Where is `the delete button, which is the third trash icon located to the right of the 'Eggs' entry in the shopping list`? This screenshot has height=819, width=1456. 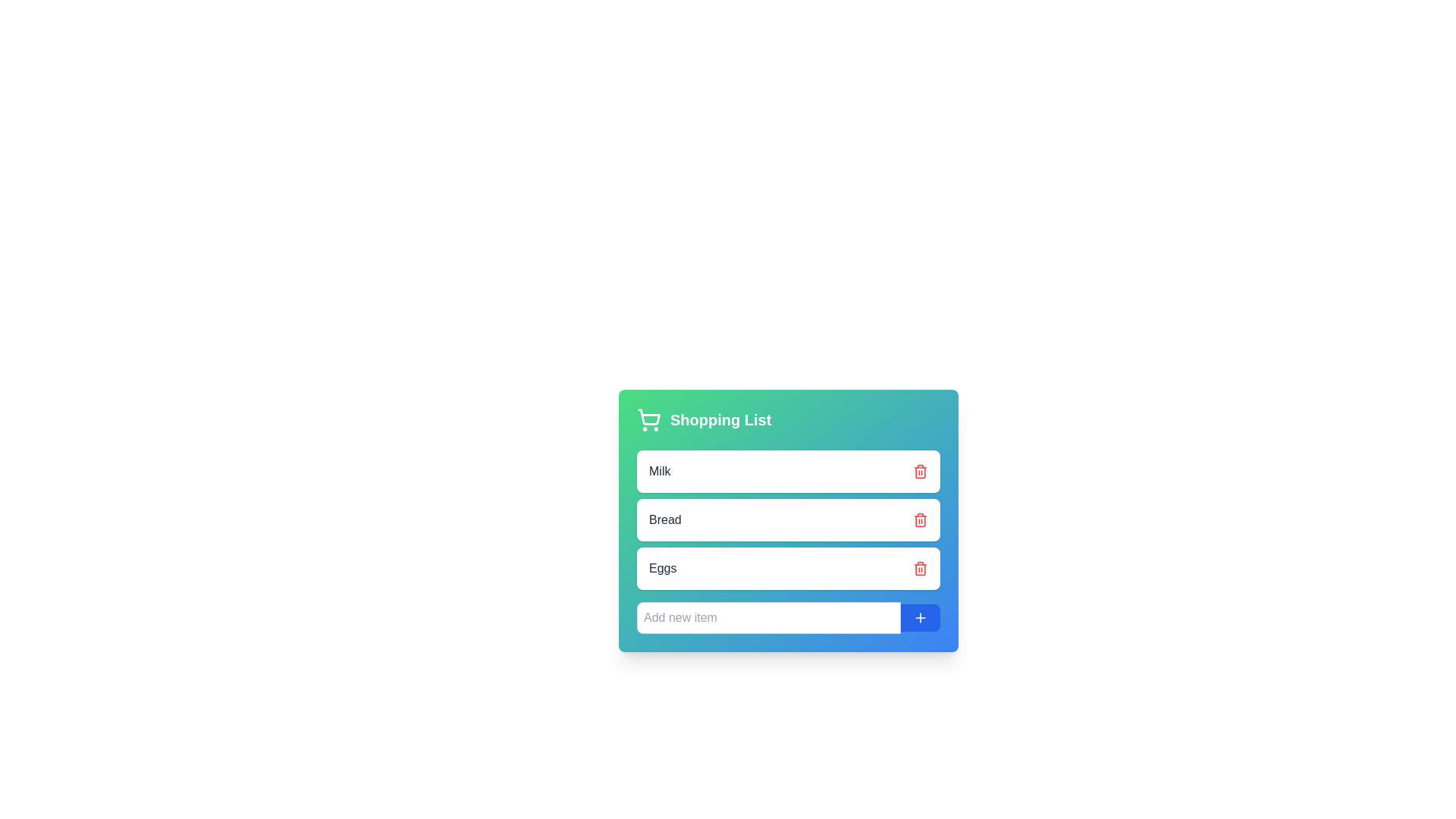 the delete button, which is the third trash icon located to the right of the 'Eggs' entry in the shopping list is located at coordinates (920, 568).